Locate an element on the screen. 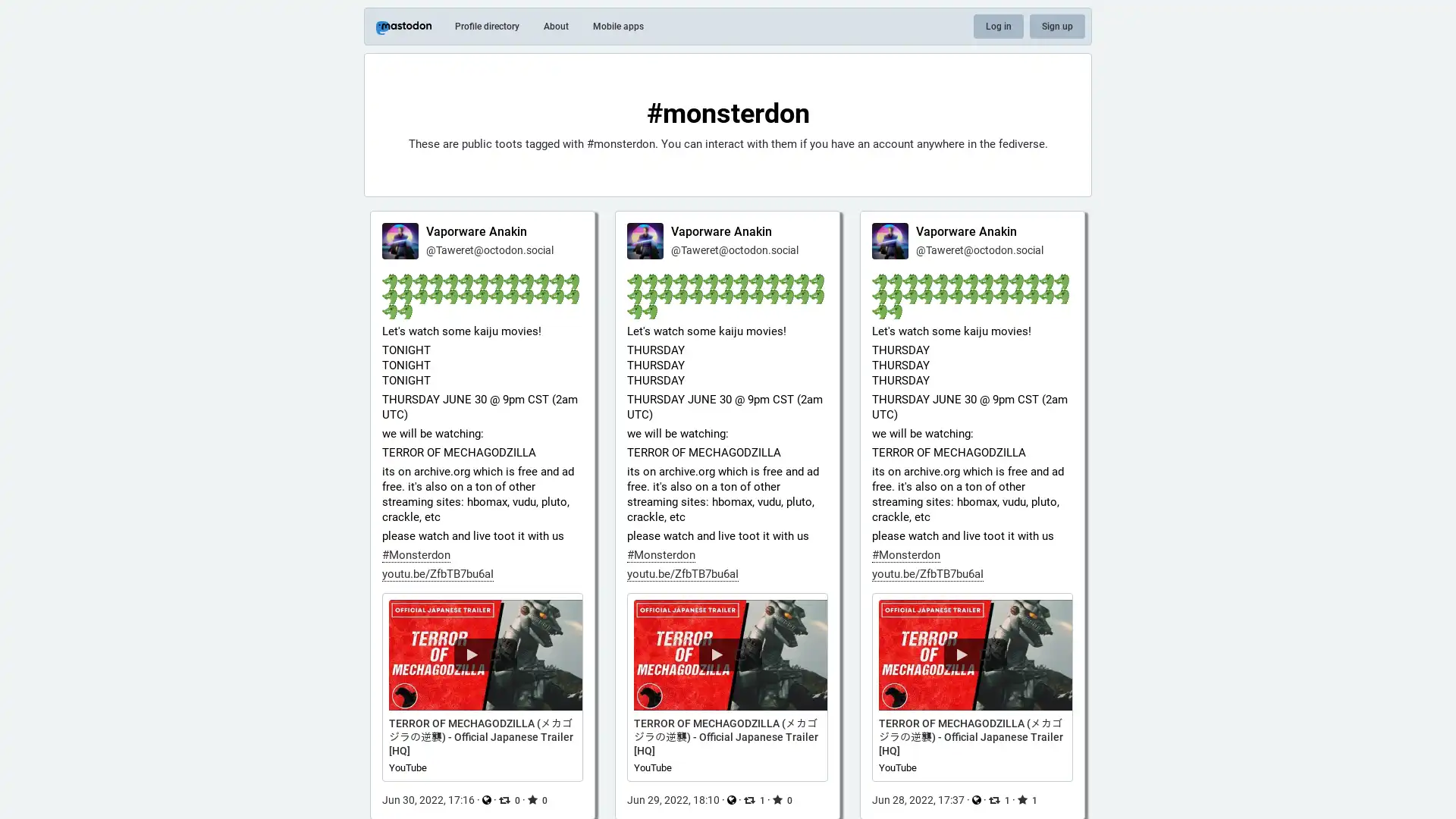  TERROR OF MECHAGODZILLA () - Official Japanese Trailer [HQ] YouTube is located at coordinates (726, 688).